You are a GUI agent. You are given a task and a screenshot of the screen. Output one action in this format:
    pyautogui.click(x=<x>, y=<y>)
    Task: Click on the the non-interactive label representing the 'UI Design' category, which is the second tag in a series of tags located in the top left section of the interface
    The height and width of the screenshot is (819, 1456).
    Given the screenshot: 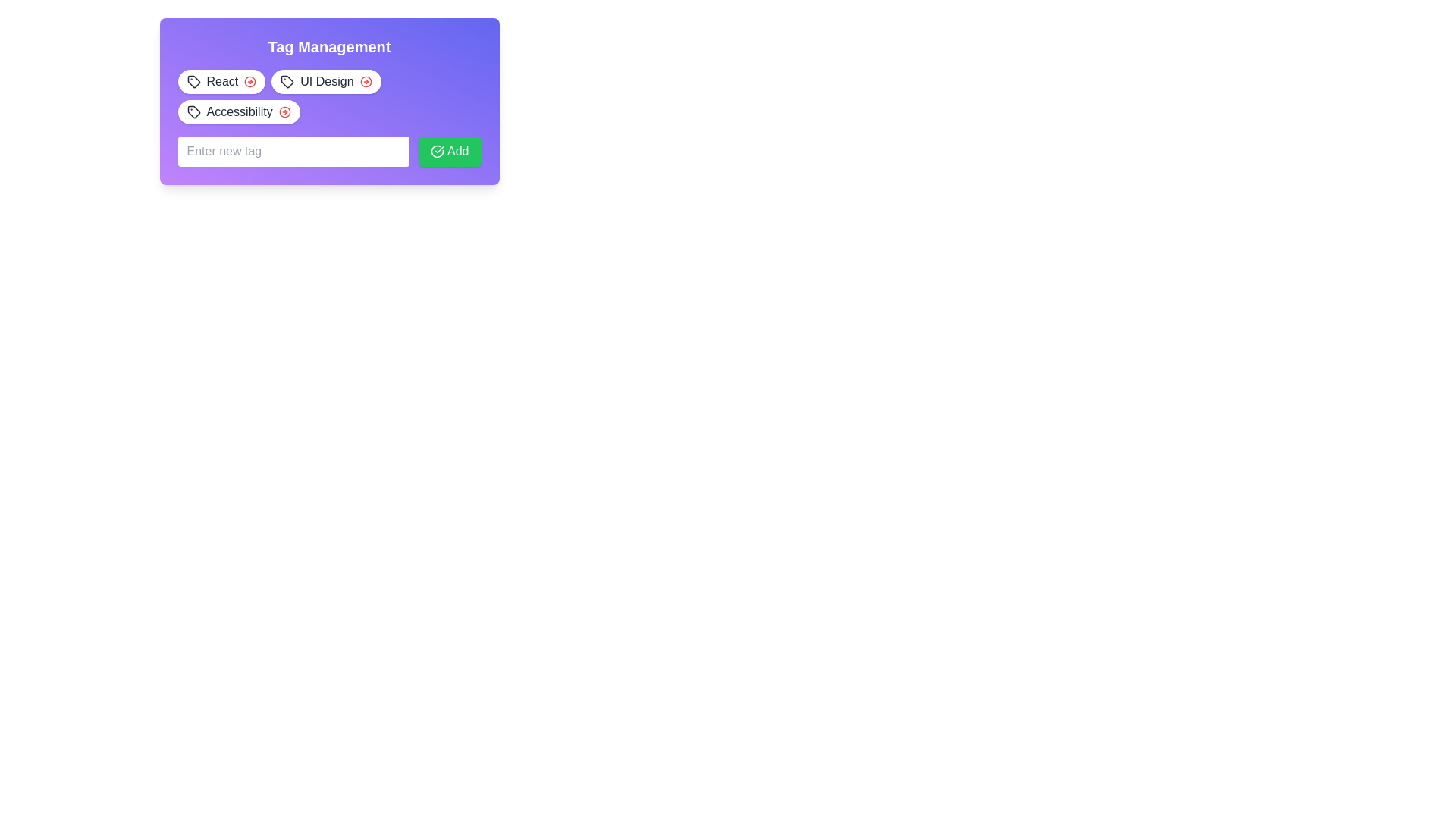 What is the action you would take?
    pyautogui.click(x=326, y=82)
    